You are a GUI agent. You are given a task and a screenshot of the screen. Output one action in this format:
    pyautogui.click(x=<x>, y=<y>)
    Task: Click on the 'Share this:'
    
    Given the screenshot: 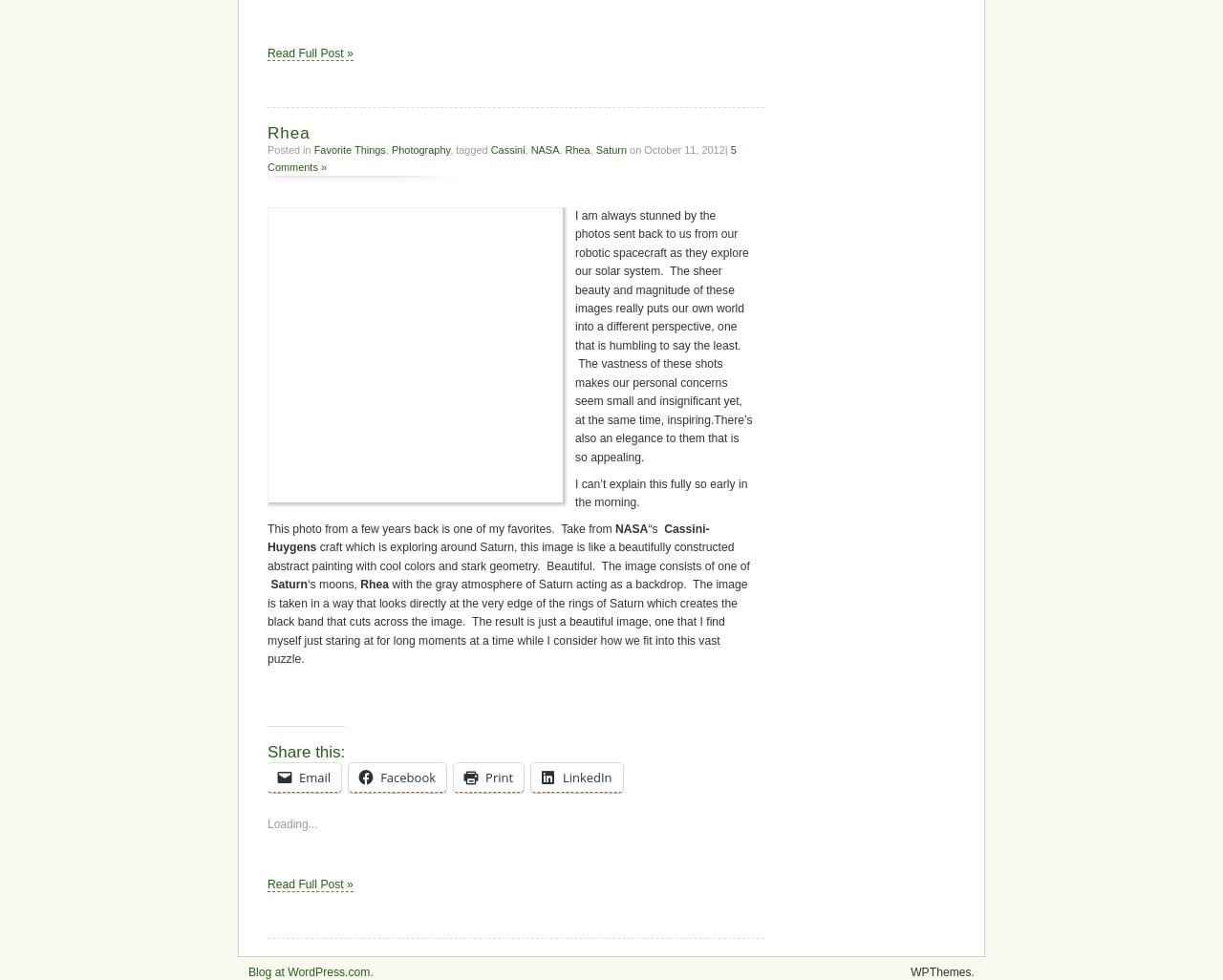 What is the action you would take?
    pyautogui.click(x=267, y=361)
    